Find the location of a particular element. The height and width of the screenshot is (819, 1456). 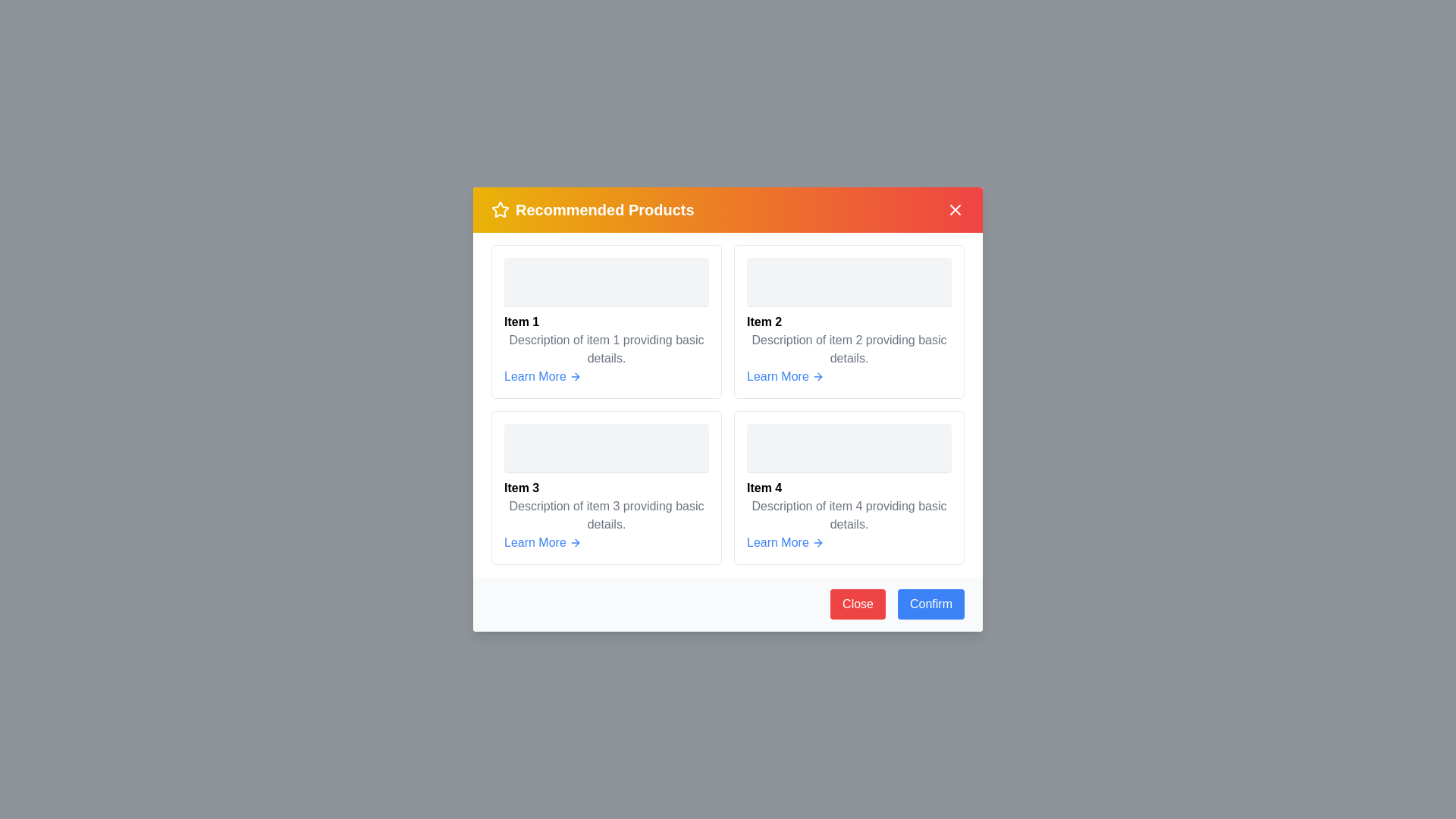

the 'Learn More' link for item 4 is located at coordinates (785, 542).